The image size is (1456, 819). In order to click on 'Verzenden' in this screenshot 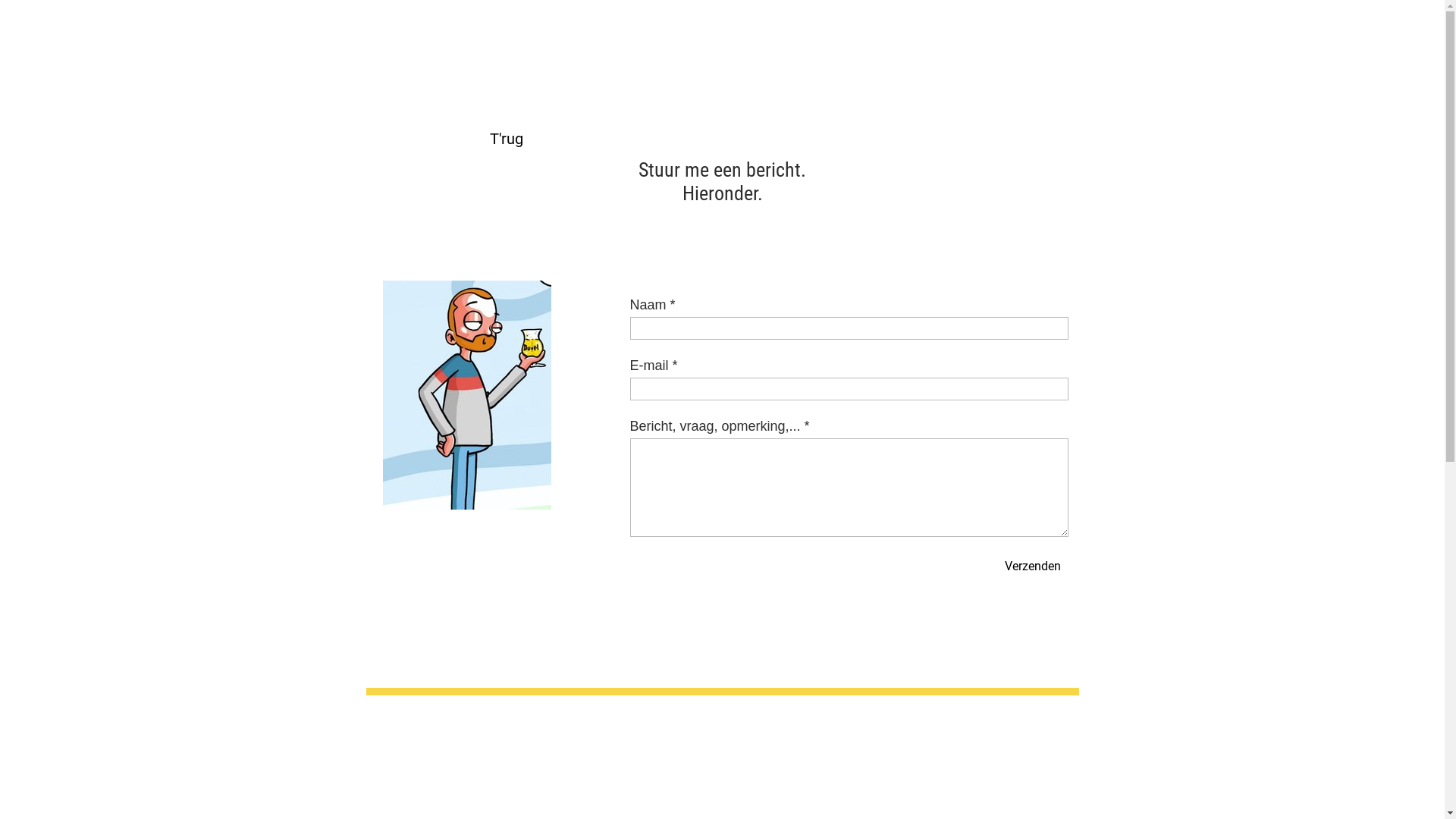, I will do `click(996, 565)`.